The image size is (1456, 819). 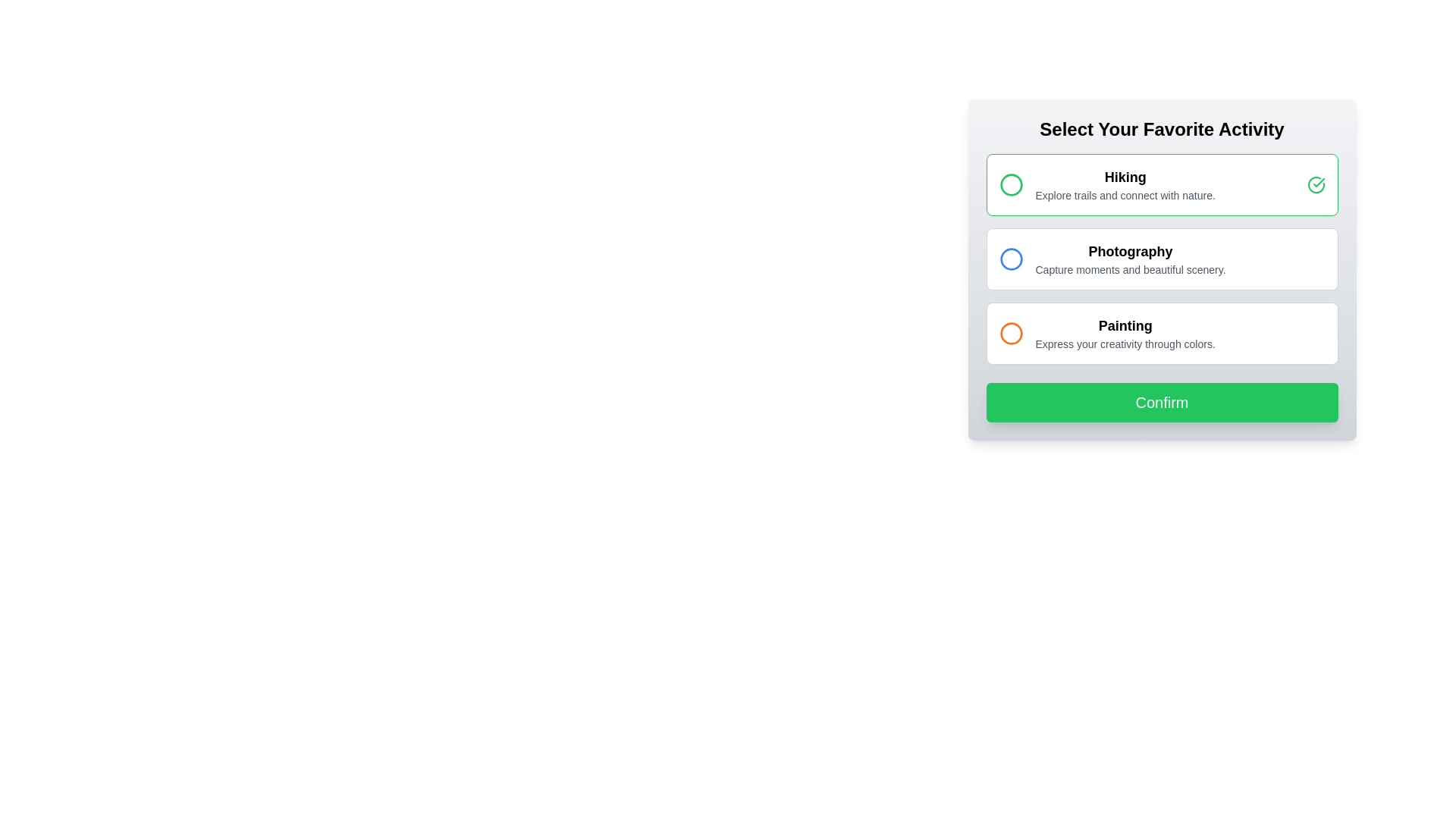 I want to click on the visual state of the 'Hiking' icon component within the SVG element, which indicates its selection by the user, so click(x=1011, y=184).